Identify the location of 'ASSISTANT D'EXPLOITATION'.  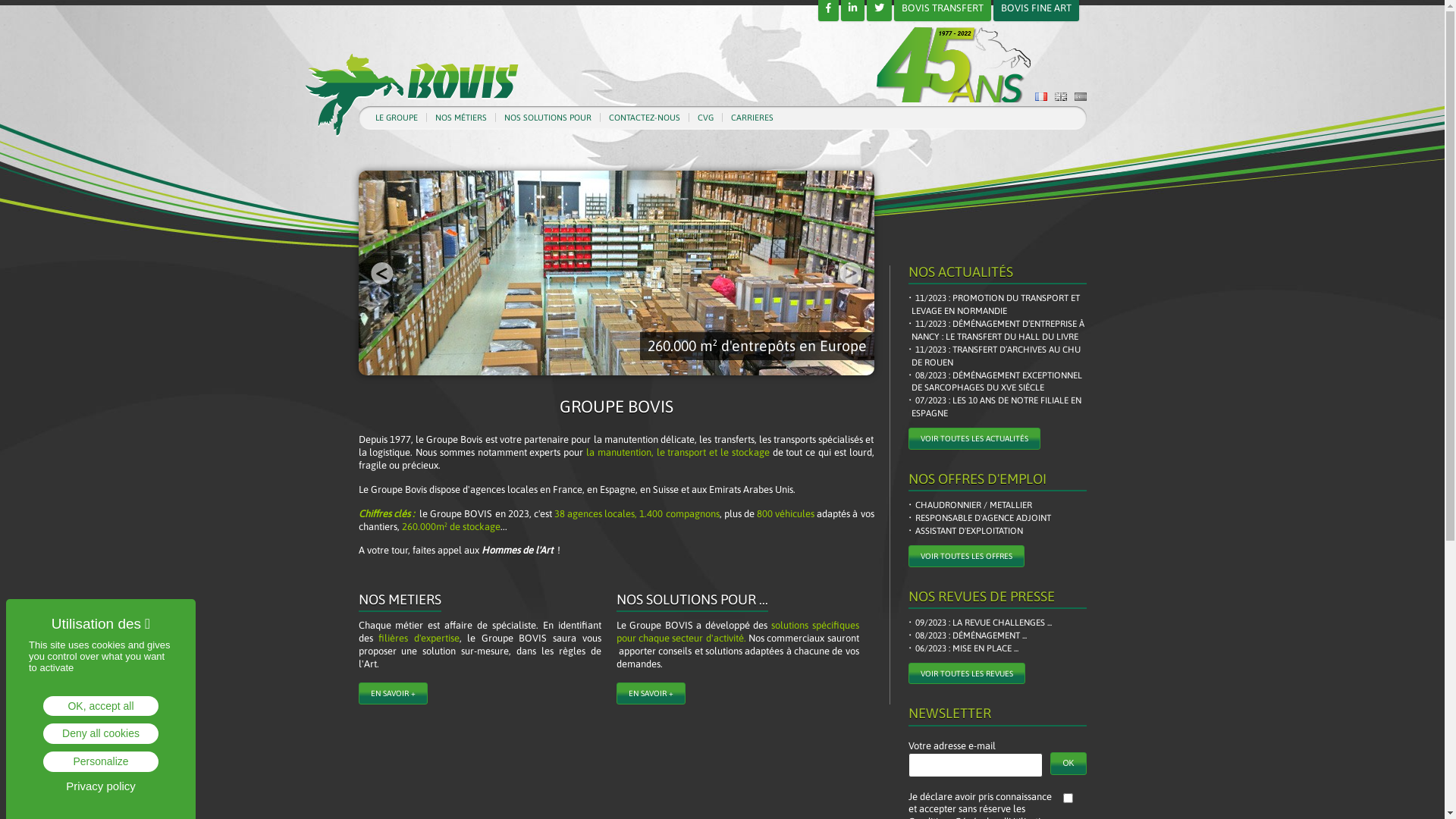
(910, 530).